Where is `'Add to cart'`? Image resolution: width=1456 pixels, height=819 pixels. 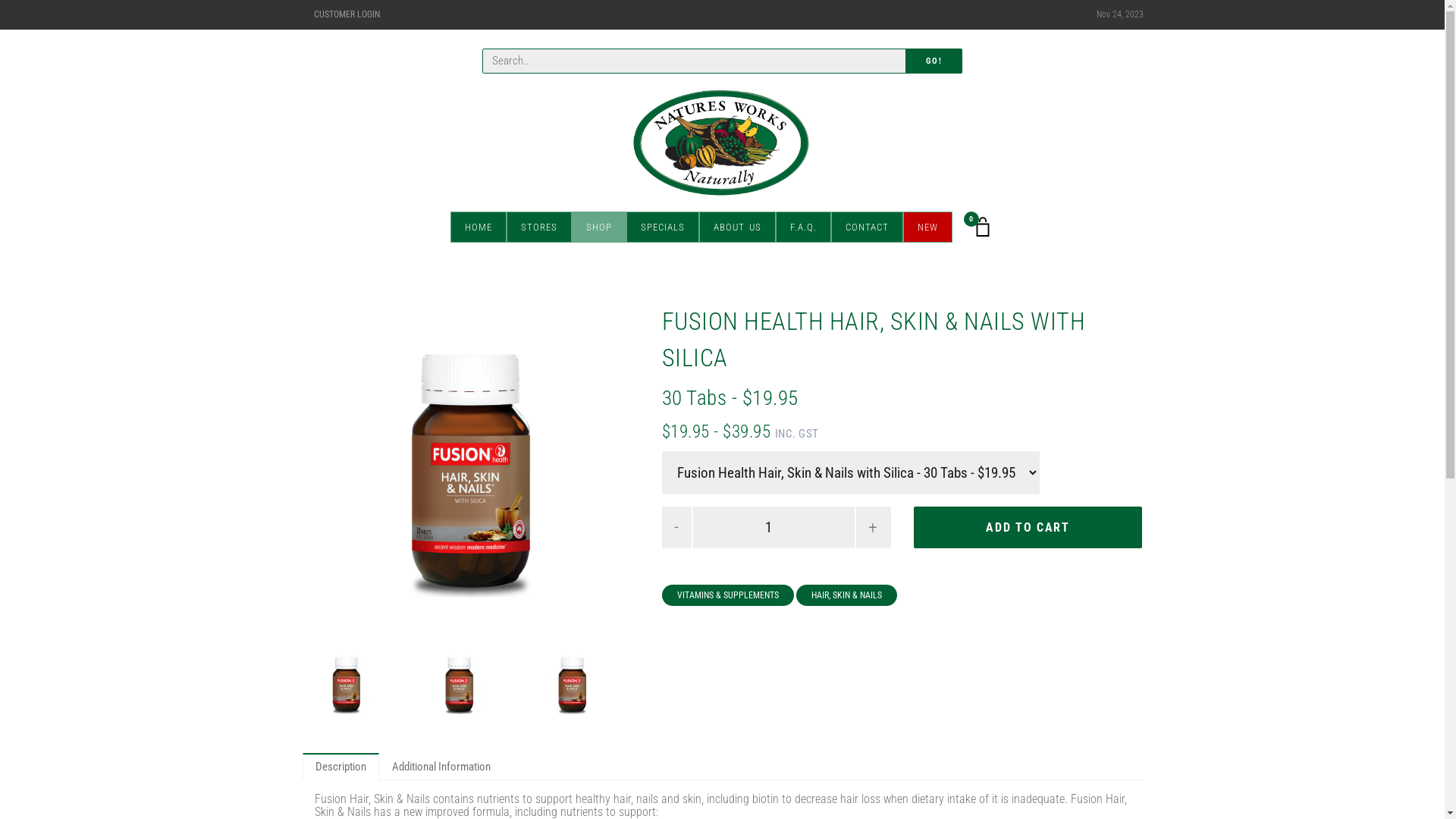
'Add to cart' is located at coordinates (1028, 526).